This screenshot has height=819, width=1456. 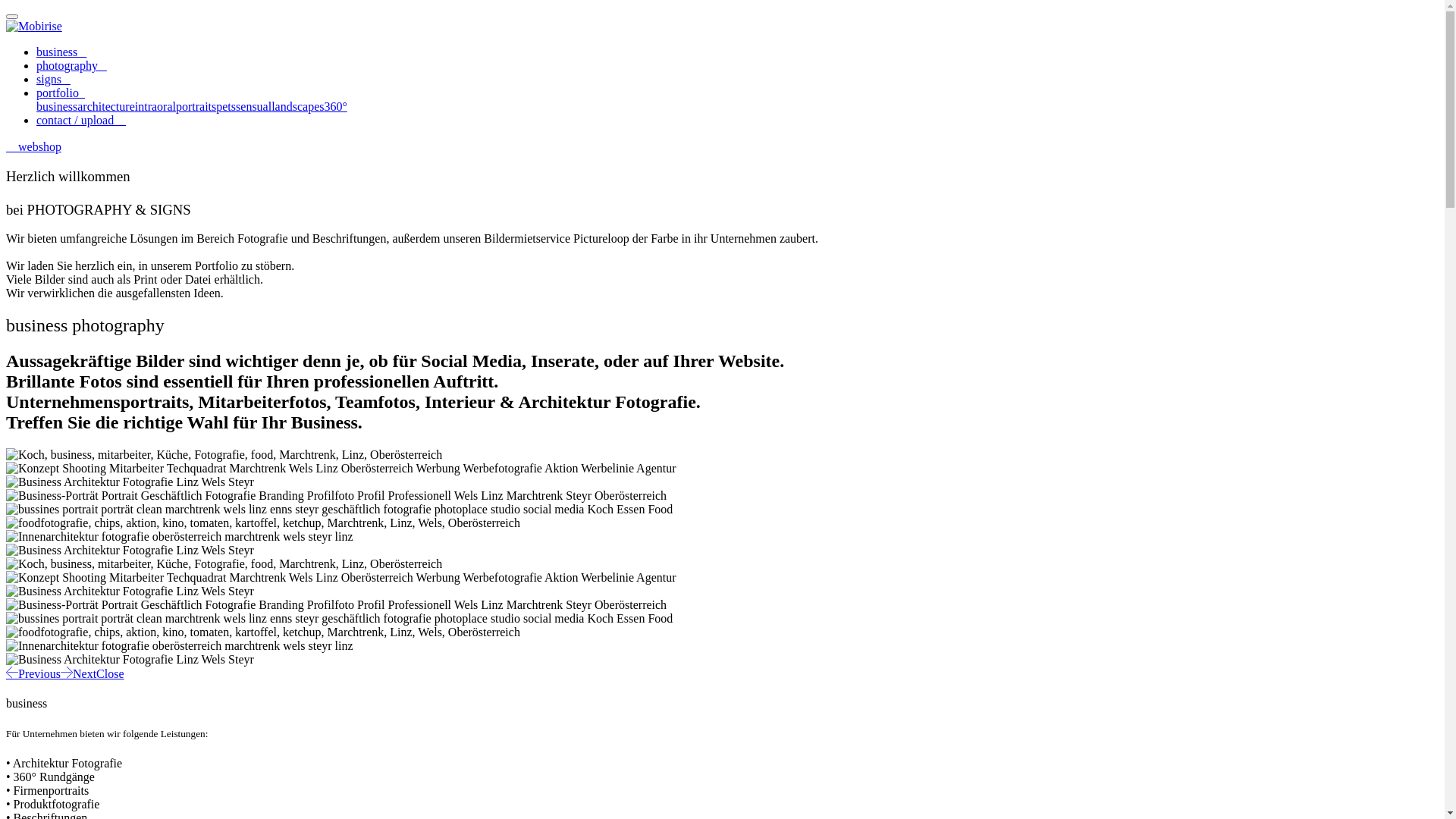 What do you see at coordinates (80, 119) in the screenshot?
I see `'contact / upload    '` at bounding box center [80, 119].